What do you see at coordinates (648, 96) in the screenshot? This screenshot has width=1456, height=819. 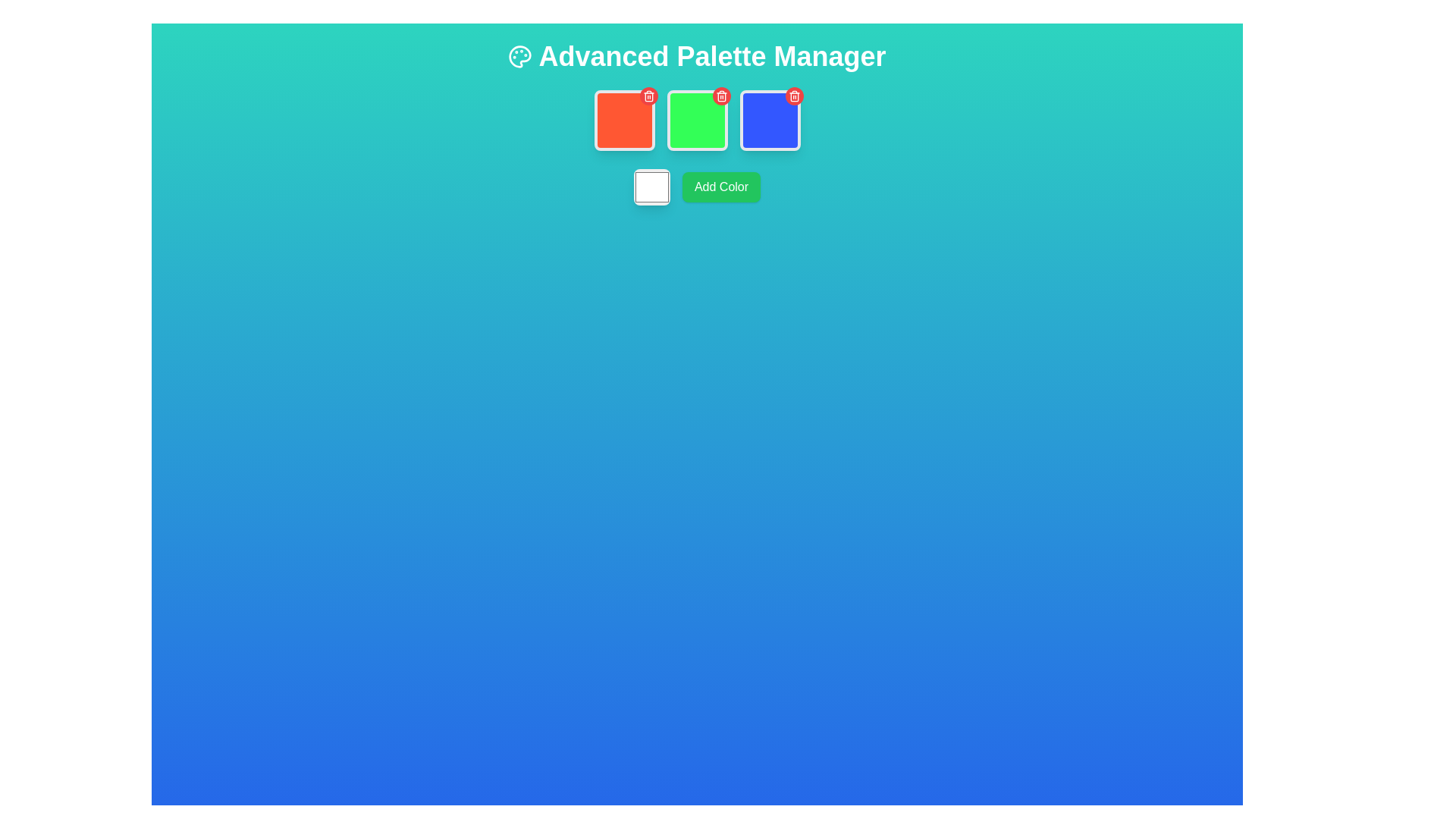 I see `the circular red button located in the top-right corner of the first red square, which contains a white trash bin icon, to change its appearance` at bounding box center [648, 96].